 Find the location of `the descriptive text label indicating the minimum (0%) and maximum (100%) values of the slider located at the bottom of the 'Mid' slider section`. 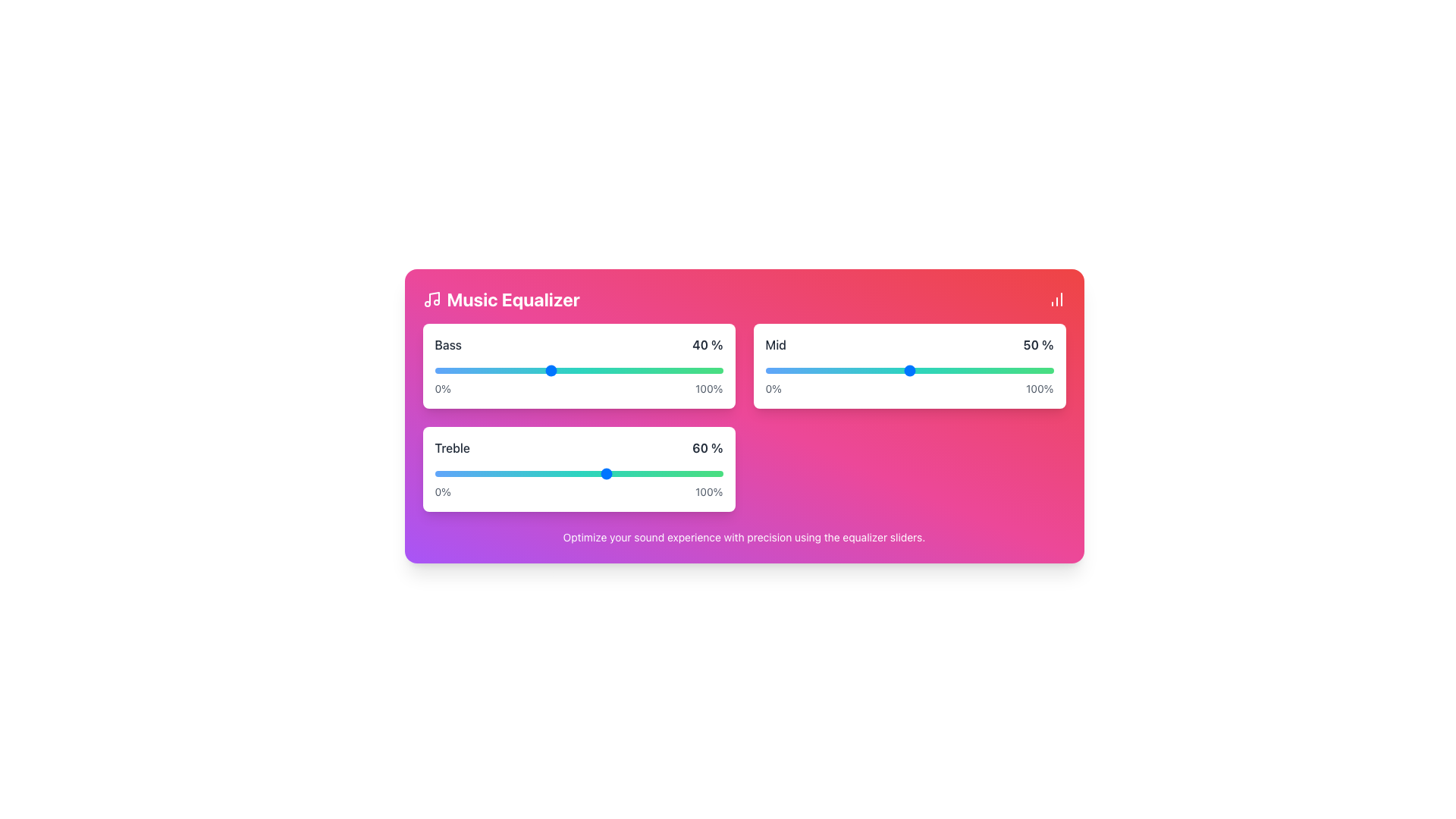

the descriptive text label indicating the minimum (0%) and maximum (100%) values of the slider located at the bottom of the 'Mid' slider section is located at coordinates (909, 388).